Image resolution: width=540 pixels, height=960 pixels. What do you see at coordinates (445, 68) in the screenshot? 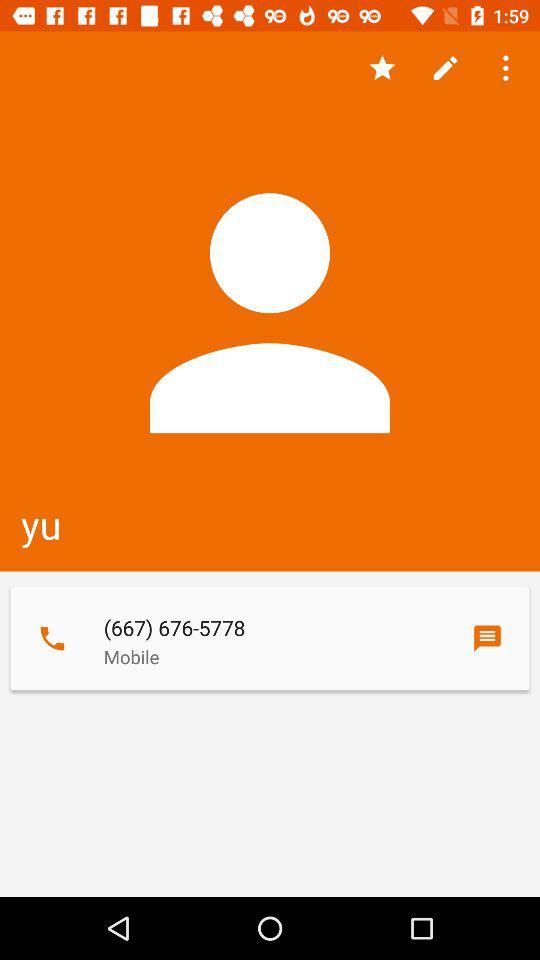
I see `the item above yu` at bounding box center [445, 68].